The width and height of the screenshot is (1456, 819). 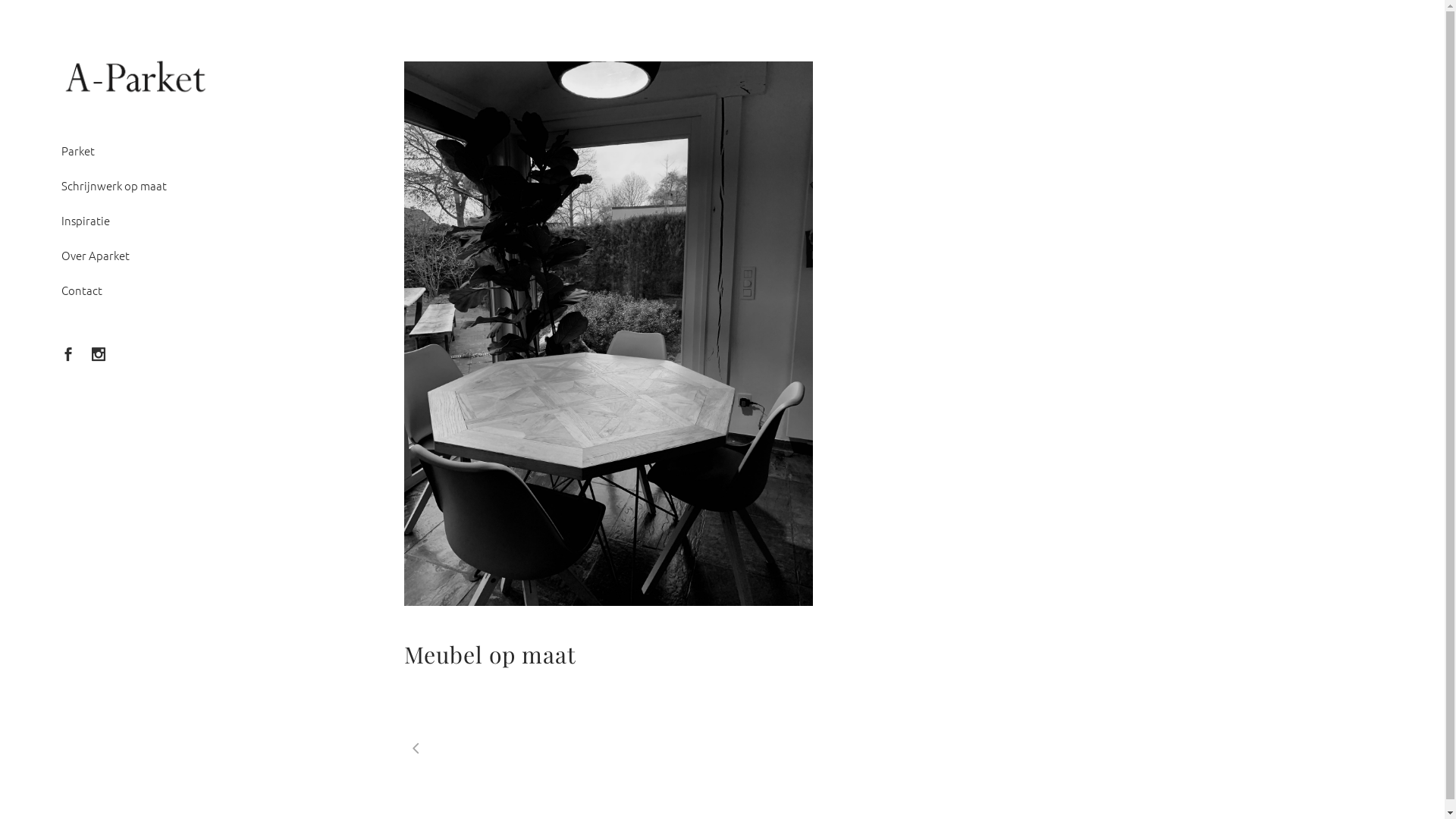 What do you see at coordinates (61, 220) in the screenshot?
I see `'Inspiratie'` at bounding box center [61, 220].